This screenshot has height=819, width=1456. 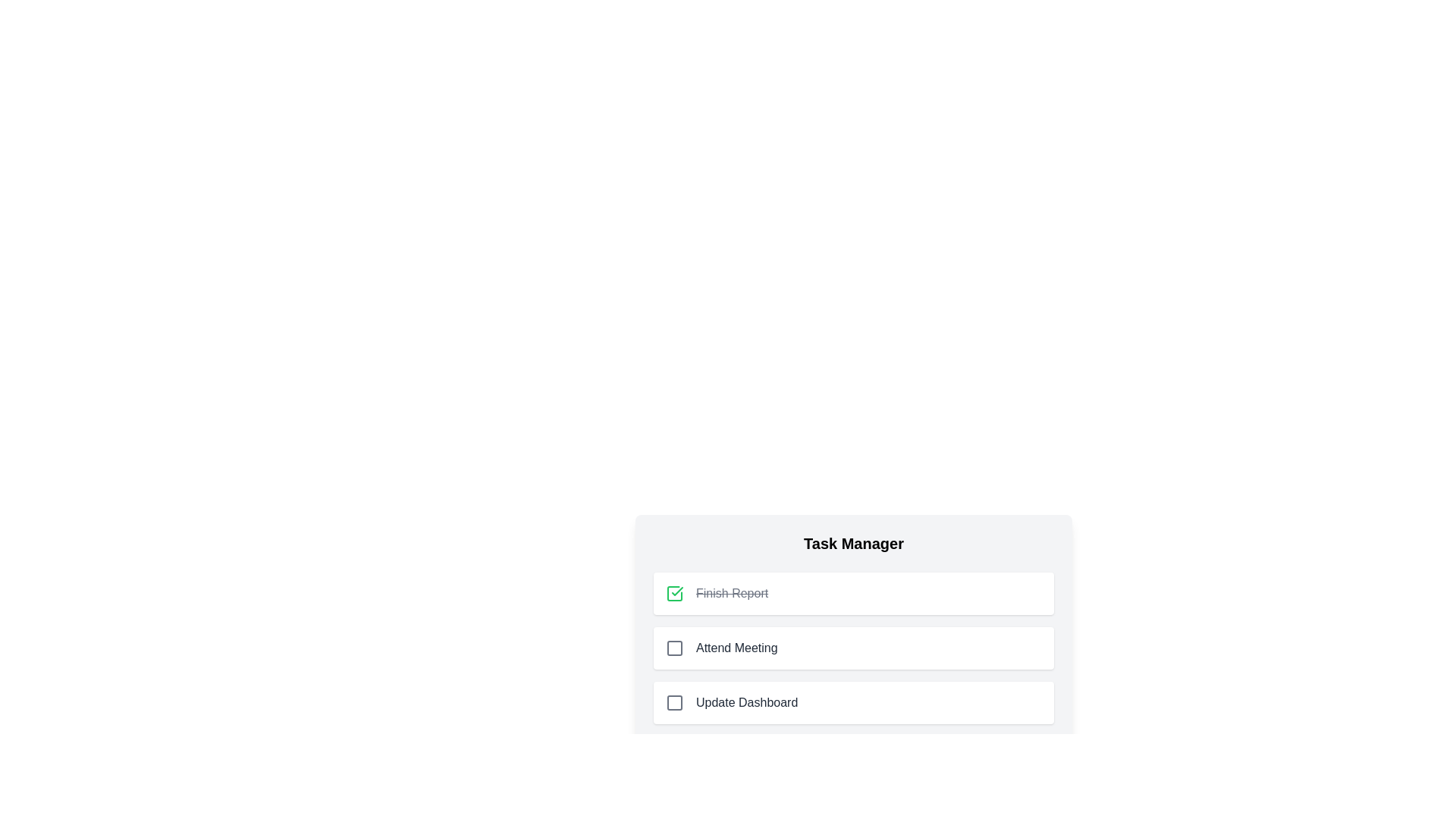 What do you see at coordinates (673, 648) in the screenshot?
I see `the checkbox located to the left of the 'Attend Meeting' text label` at bounding box center [673, 648].